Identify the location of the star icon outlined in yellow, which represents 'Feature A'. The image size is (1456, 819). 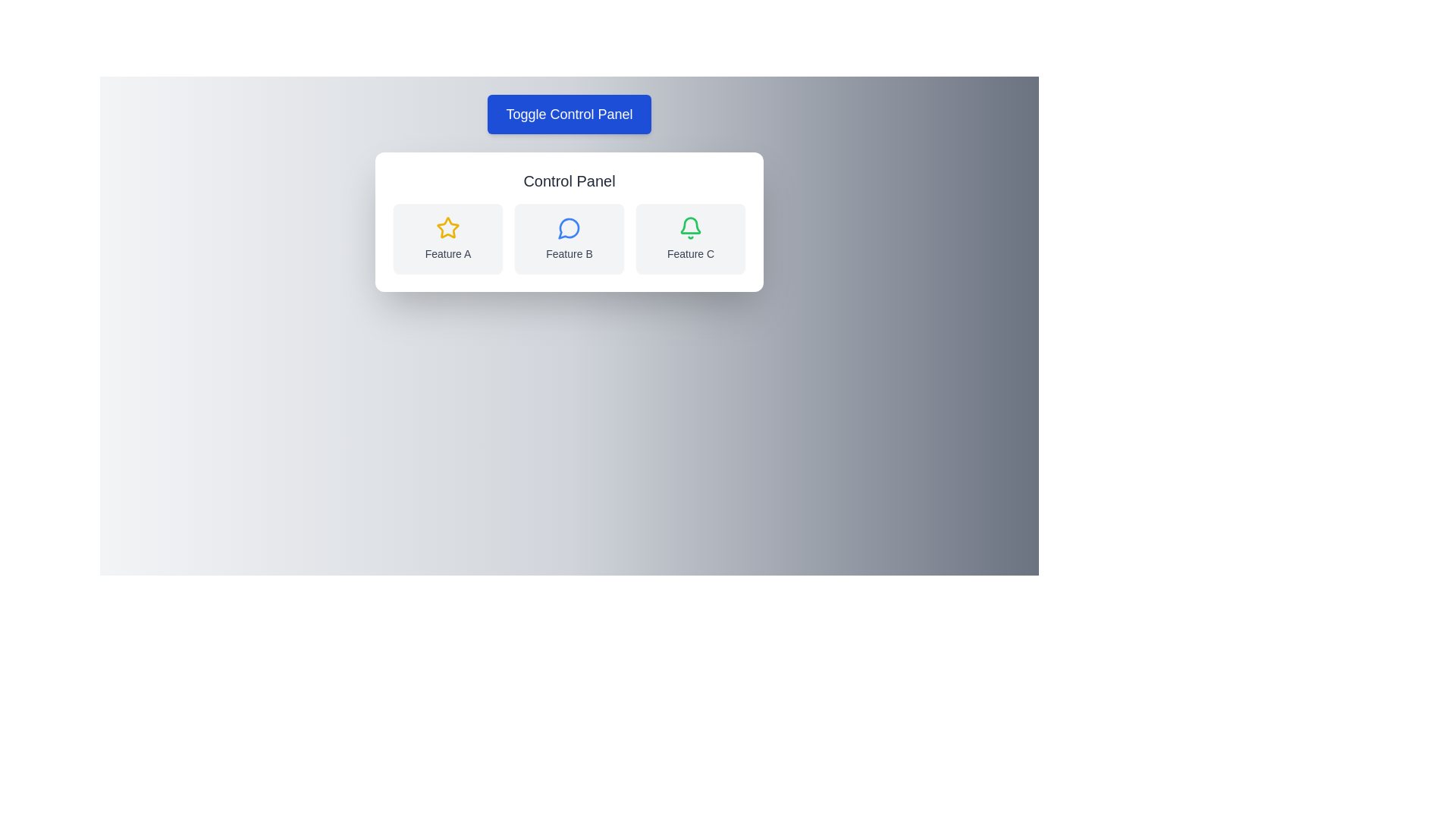
(447, 227).